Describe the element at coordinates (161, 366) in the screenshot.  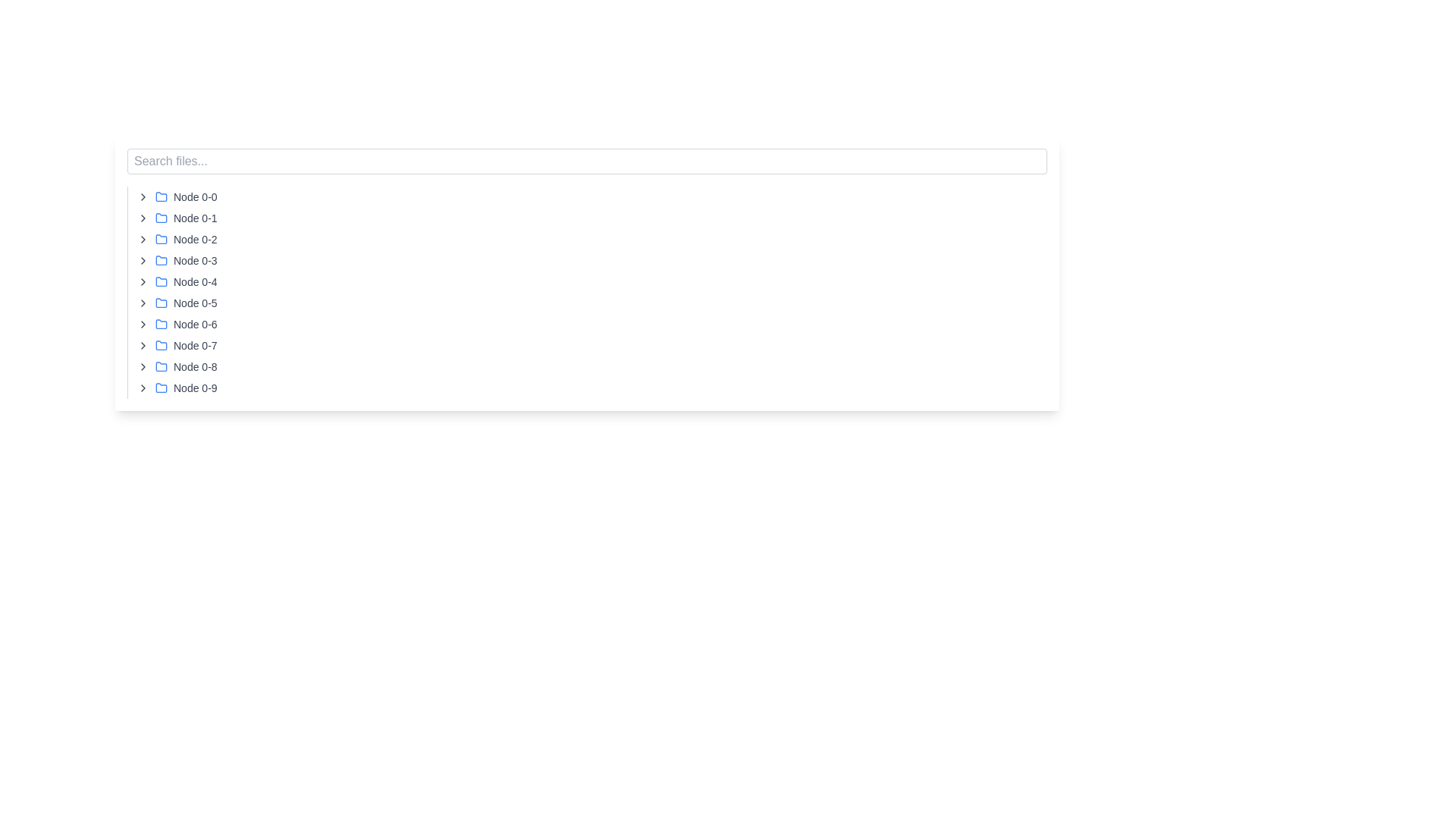
I see `the blue folder icon, which is the 9th in a vertical list of folder icons` at that location.